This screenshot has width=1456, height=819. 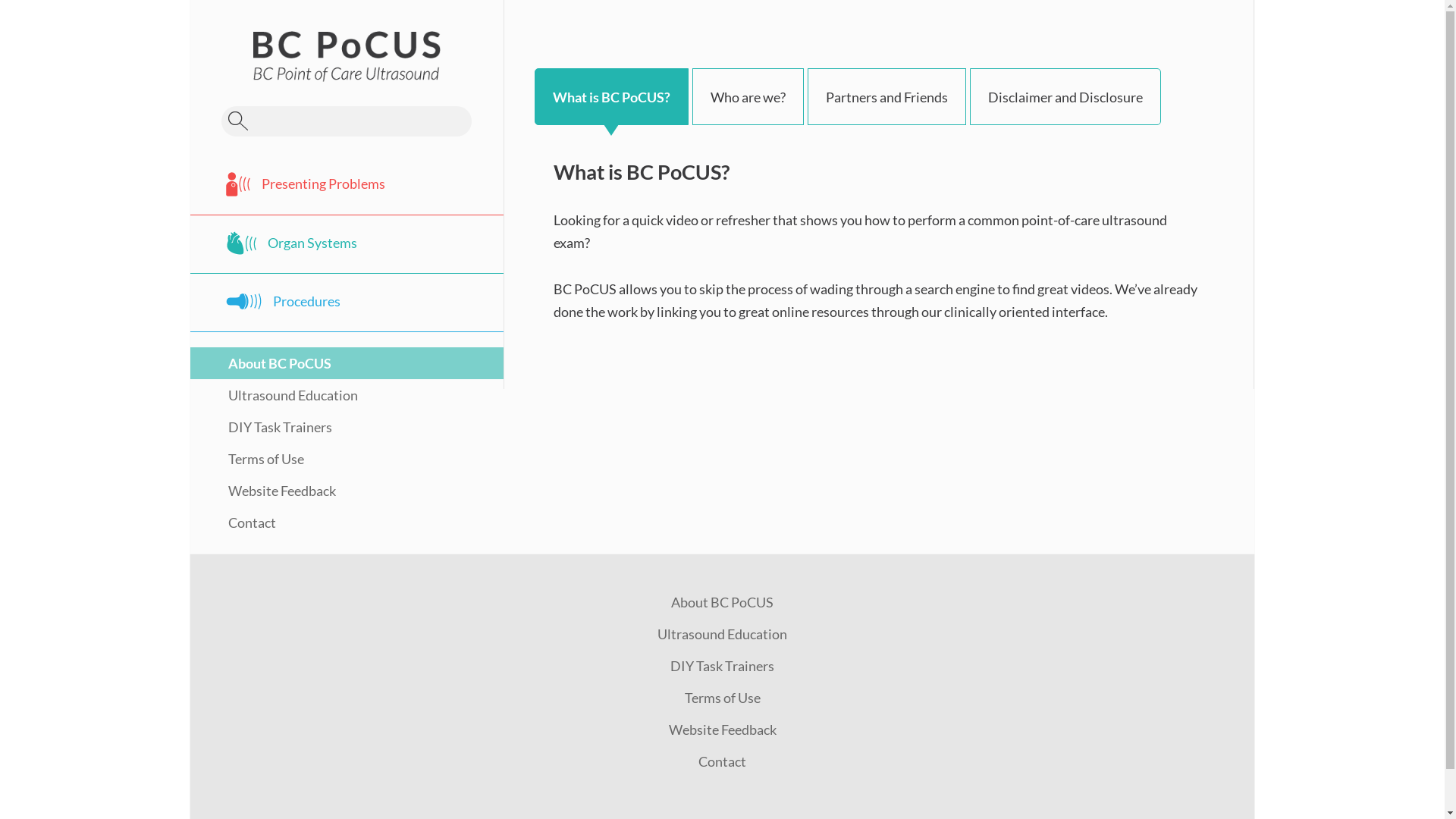 I want to click on 'About BC PoCUS', so click(x=721, y=601).